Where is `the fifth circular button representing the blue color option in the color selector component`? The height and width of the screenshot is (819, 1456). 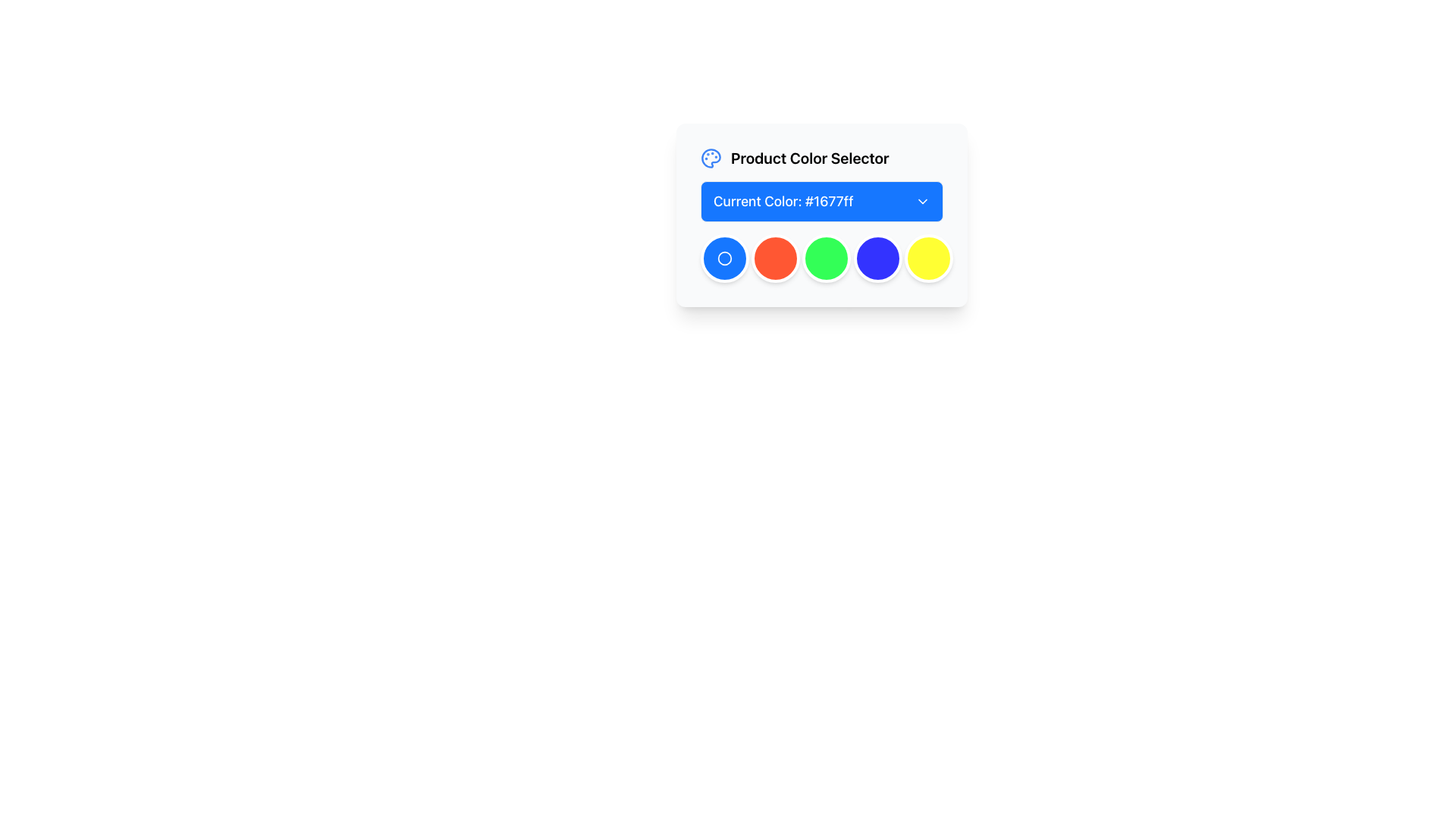
the fifth circular button representing the blue color option in the color selector component is located at coordinates (877, 257).